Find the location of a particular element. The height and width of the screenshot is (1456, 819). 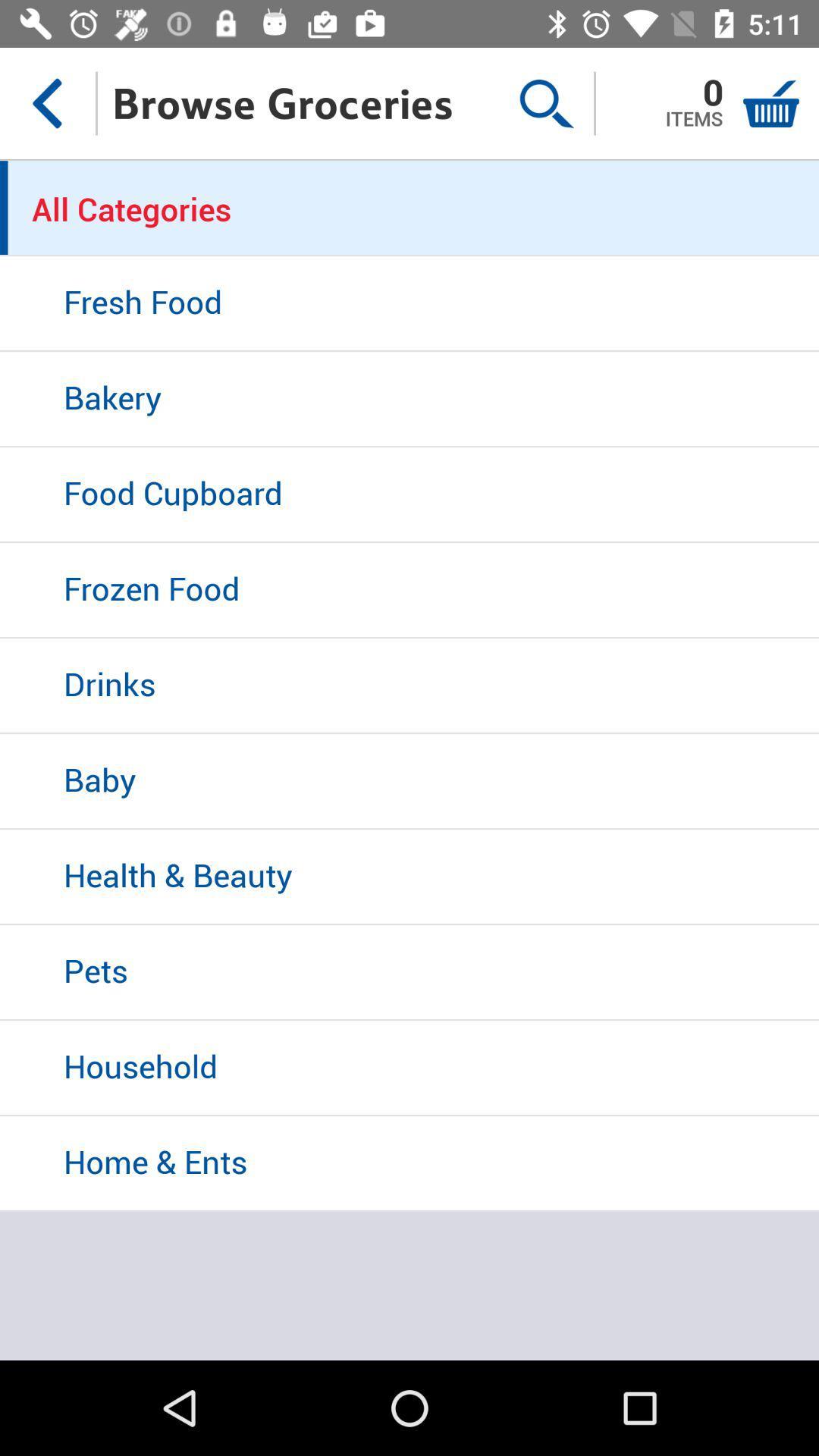

icon above frozen food item is located at coordinates (409, 495).